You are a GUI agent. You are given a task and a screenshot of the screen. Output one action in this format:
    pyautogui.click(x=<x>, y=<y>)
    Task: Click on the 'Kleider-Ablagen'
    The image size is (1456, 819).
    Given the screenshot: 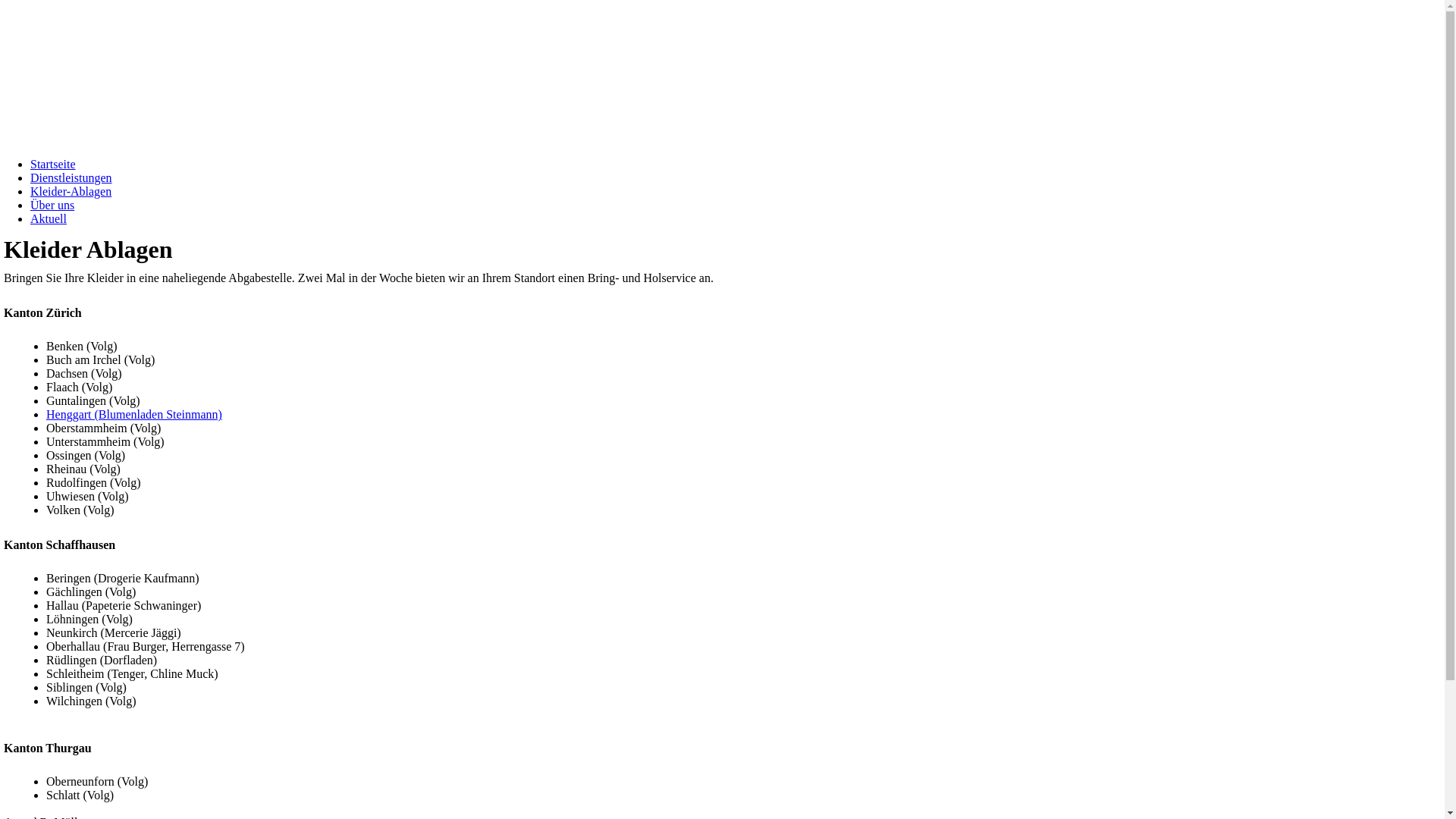 What is the action you would take?
    pyautogui.click(x=70, y=190)
    